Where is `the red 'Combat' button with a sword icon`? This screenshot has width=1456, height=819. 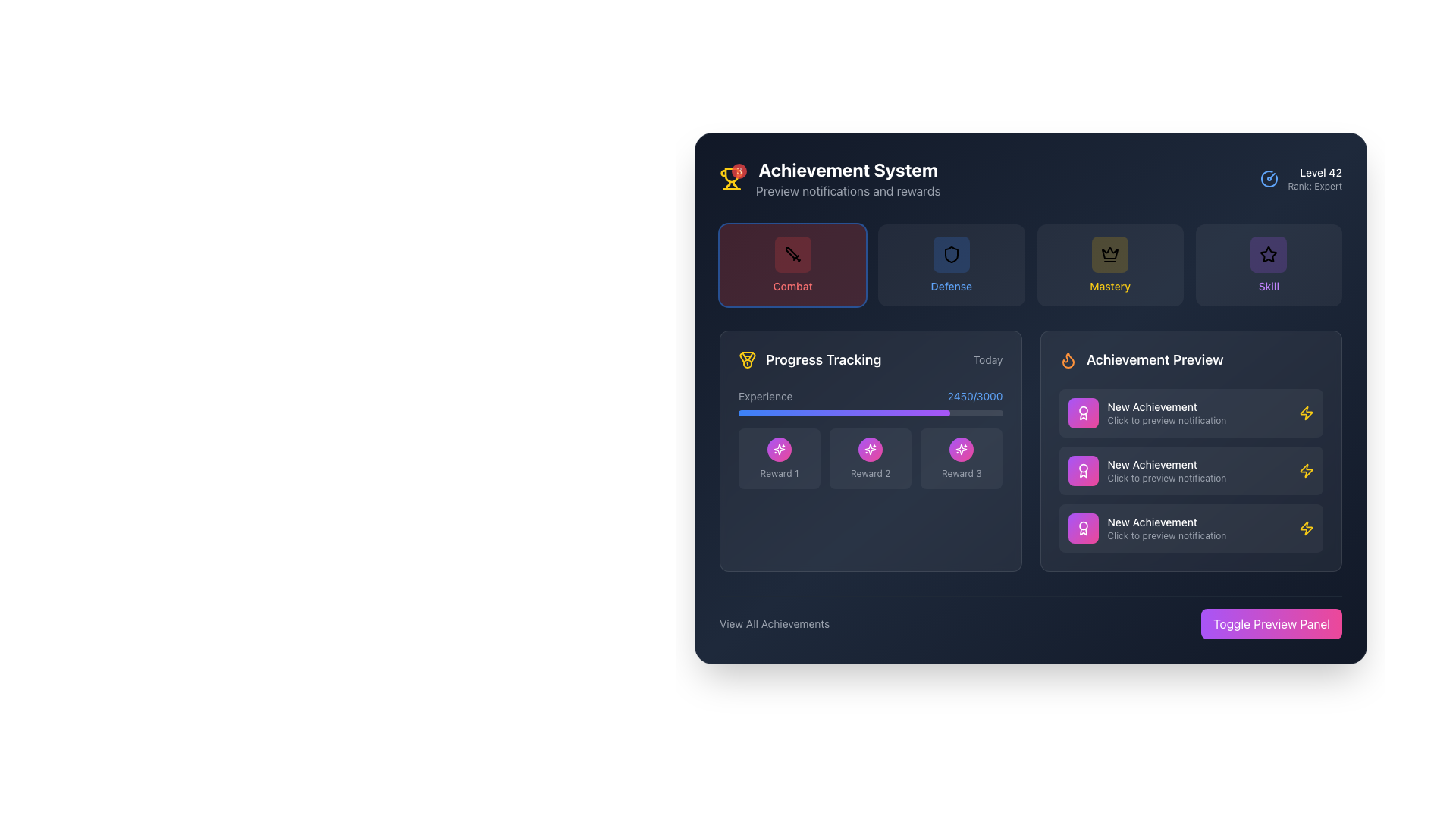 the red 'Combat' button with a sword icon is located at coordinates (792, 265).